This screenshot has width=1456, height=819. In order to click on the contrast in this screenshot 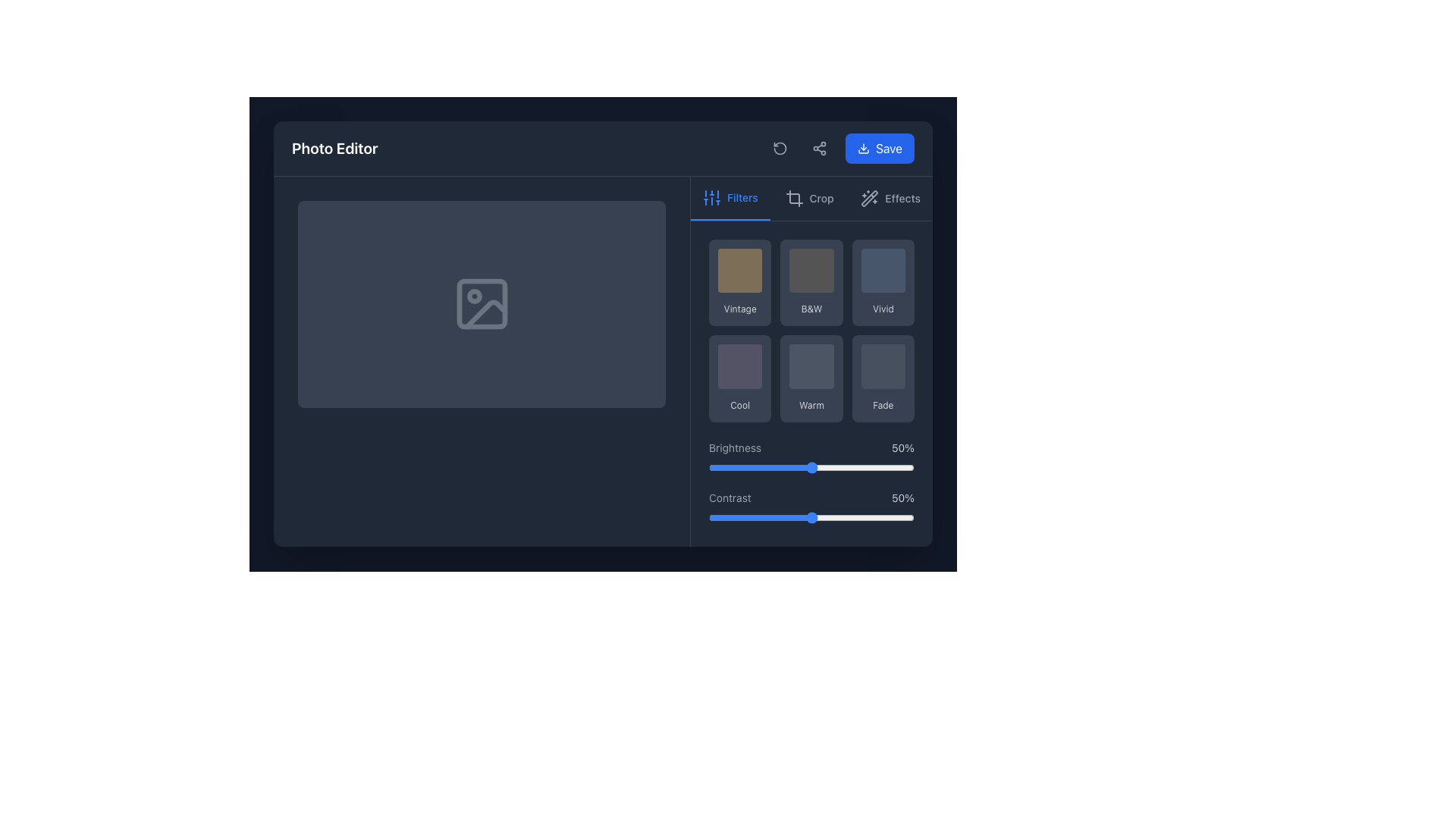, I will do `click(790, 516)`.